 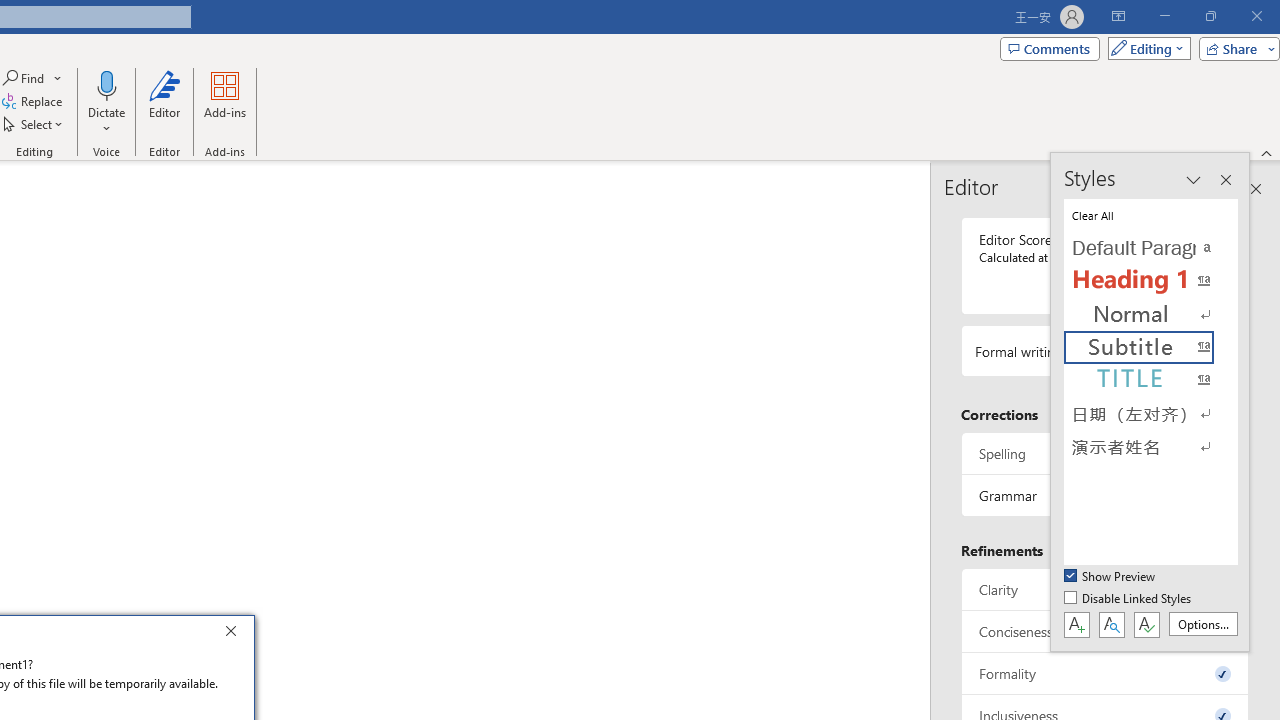 What do you see at coordinates (1110, 577) in the screenshot?
I see `'Show Preview'` at bounding box center [1110, 577].